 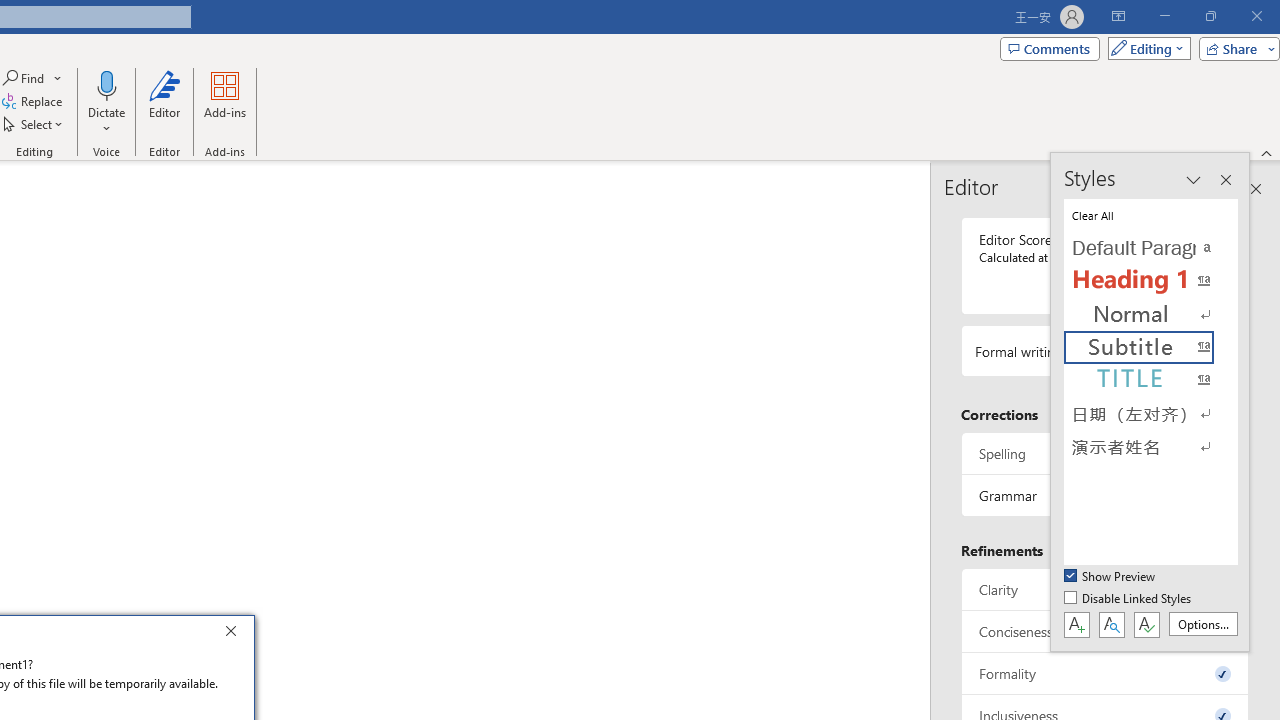 What do you see at coordinates (1110, 577) in the screenshot?
I see `'Show Preview'` at bounding box center [1110, 577].